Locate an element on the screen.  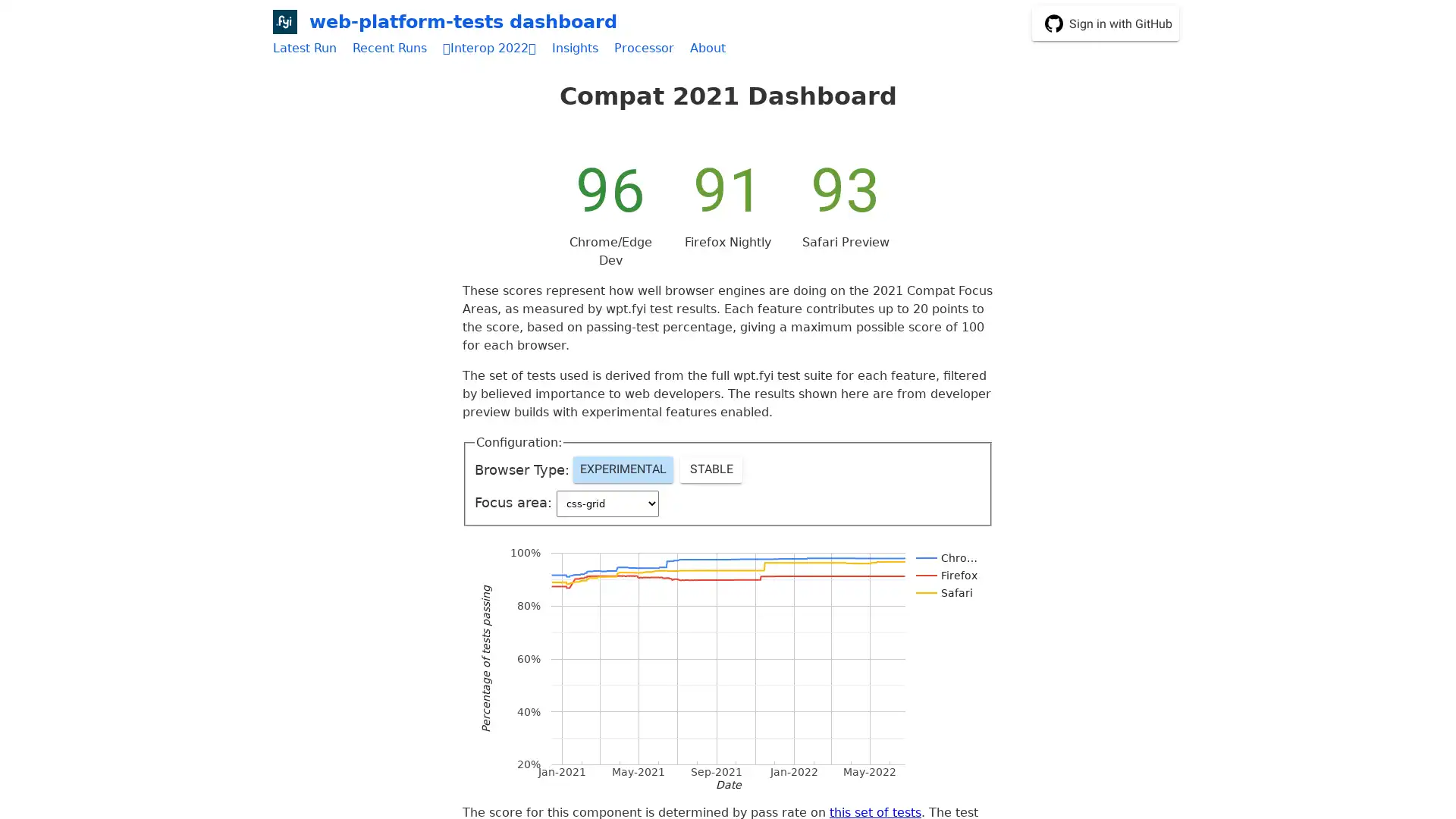
EXPERIMENTAL is located at coordinates (622, 468).